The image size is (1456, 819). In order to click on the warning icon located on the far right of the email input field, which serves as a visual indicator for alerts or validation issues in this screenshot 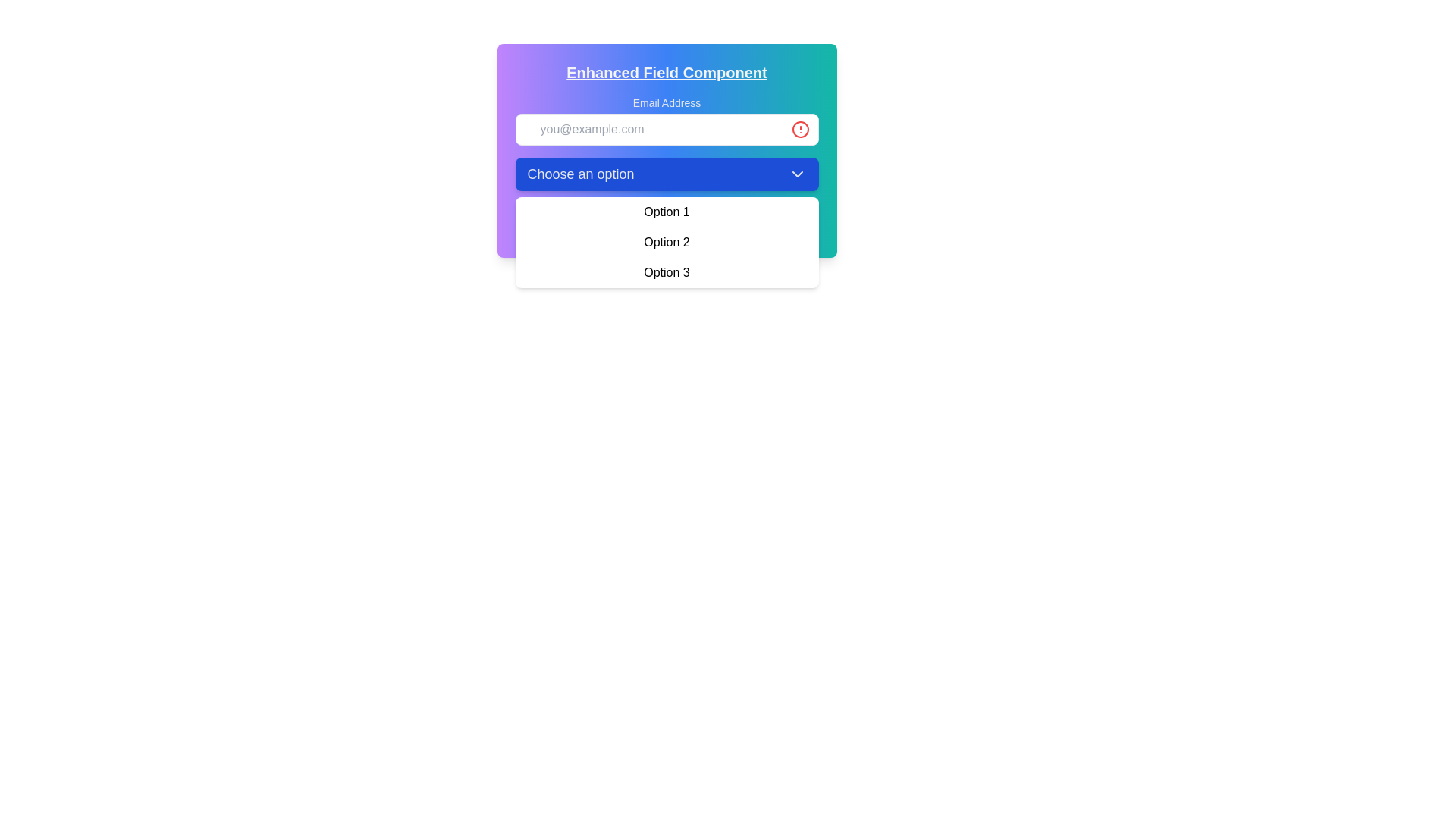, I will do `click(799, 128)`.